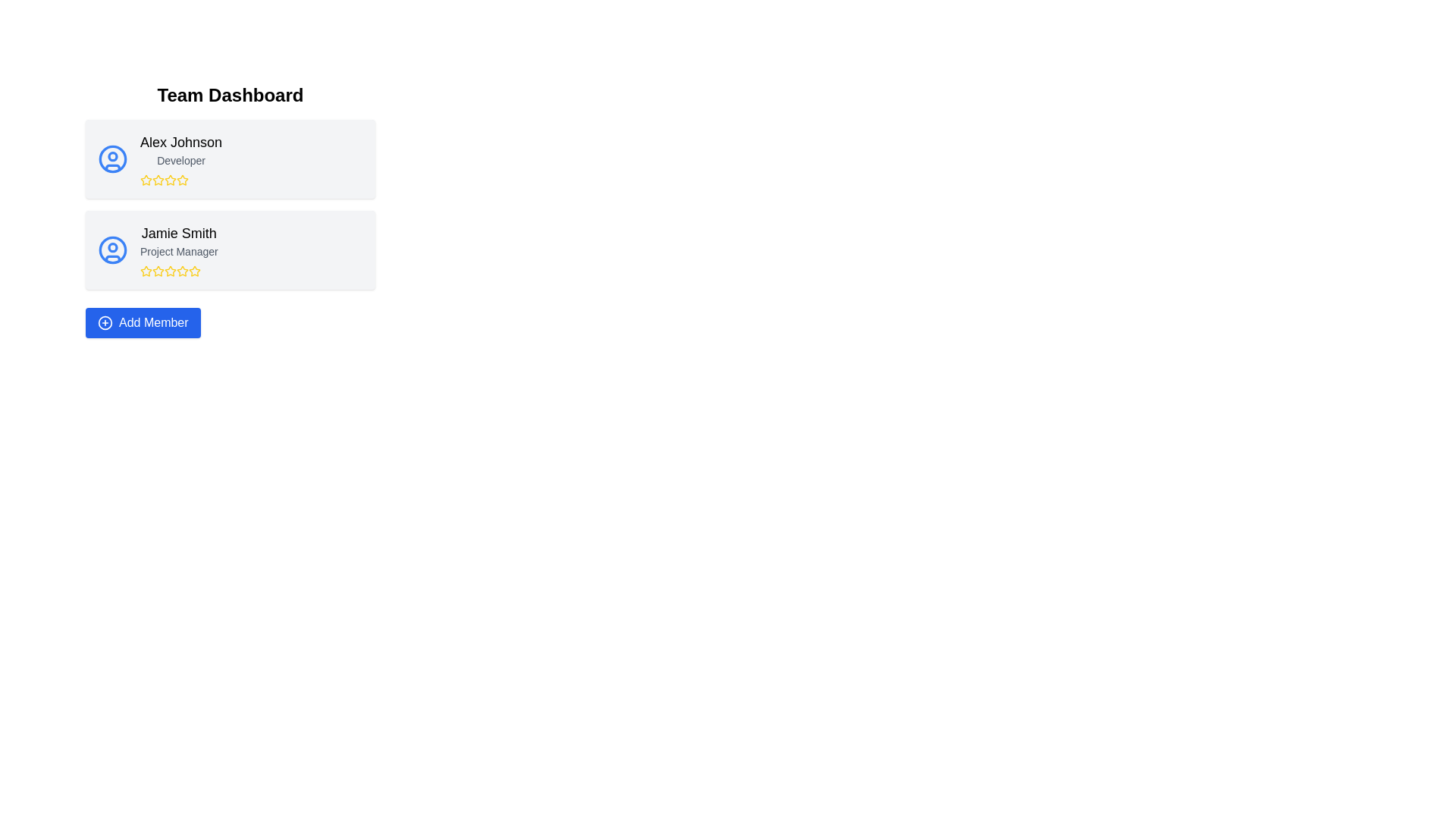  Describe the element at coordinates (105, 322) in the screenshot. I see `the blue circular element that is part of the 'Add Member' button, which is centrally aligned and visually impactful in the structured list interface` at that location.